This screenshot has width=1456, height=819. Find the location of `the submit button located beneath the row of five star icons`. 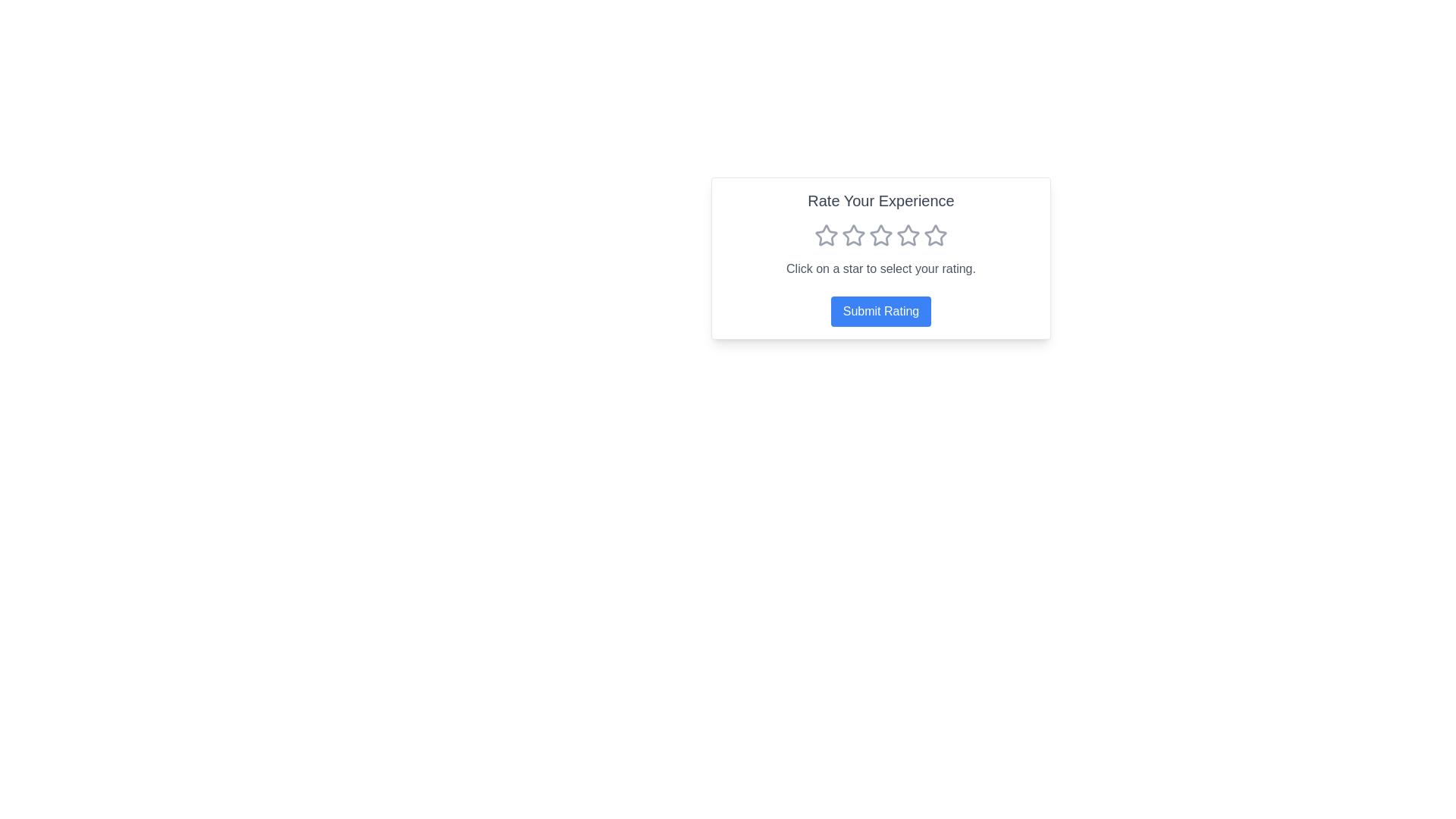

the submit button located beneath the row of five star icons is located at coordinates (880, 311).